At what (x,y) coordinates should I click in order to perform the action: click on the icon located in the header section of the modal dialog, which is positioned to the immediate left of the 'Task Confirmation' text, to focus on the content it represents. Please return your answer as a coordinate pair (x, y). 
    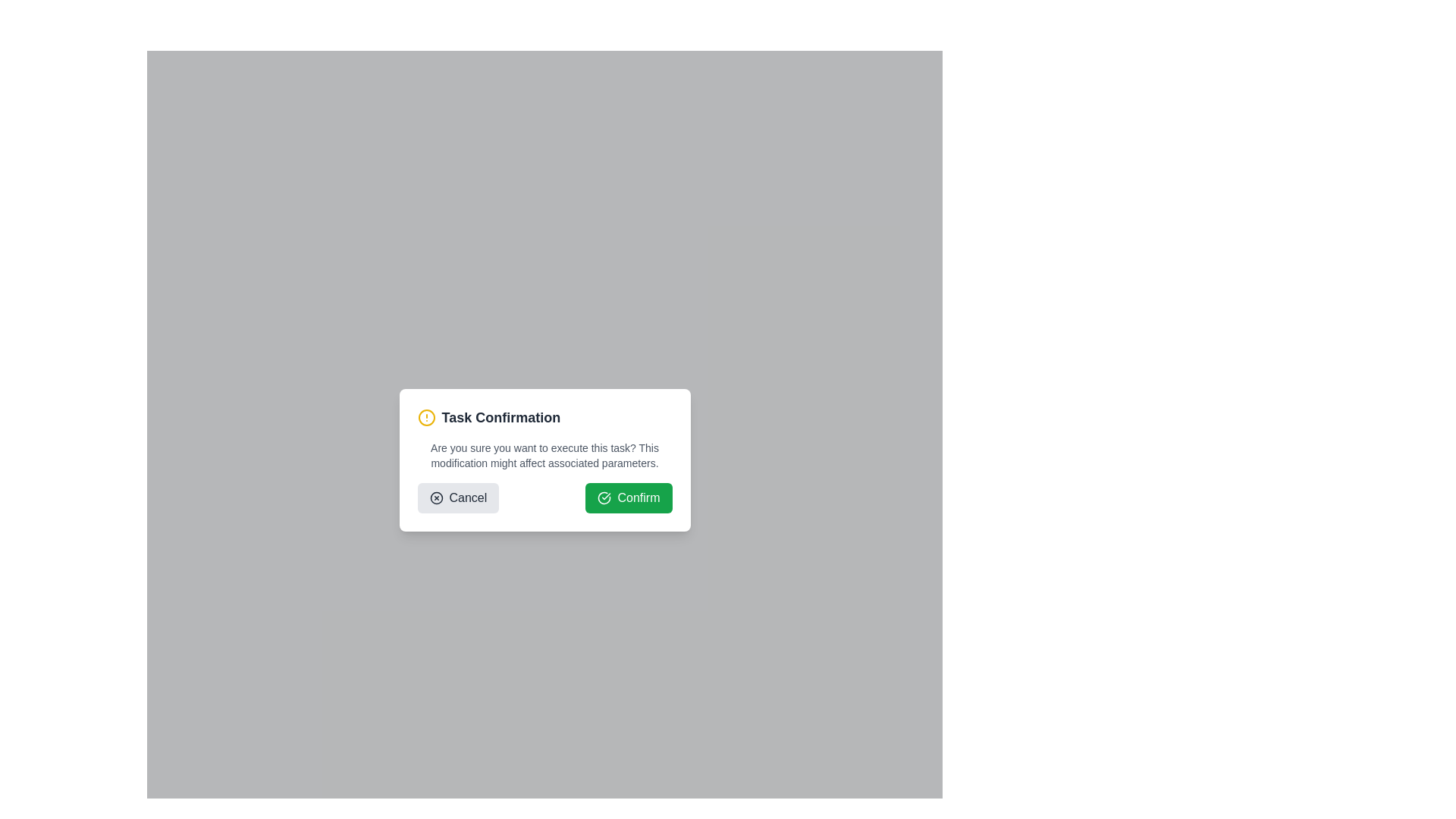
    Looking at the image, I should click on (425, 418).